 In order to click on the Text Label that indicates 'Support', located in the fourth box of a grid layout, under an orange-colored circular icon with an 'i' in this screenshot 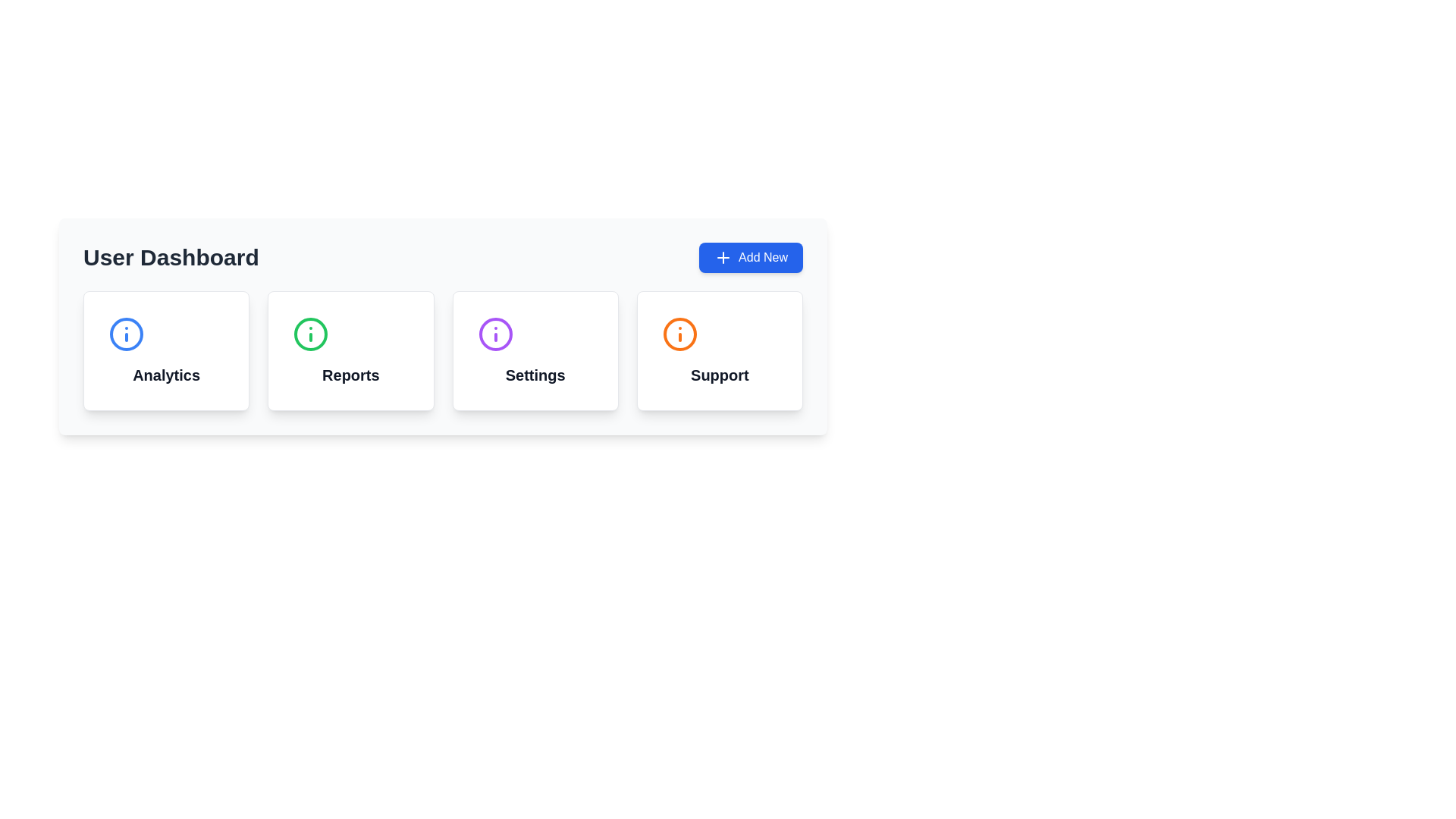, I will do `click(719, 375)`.